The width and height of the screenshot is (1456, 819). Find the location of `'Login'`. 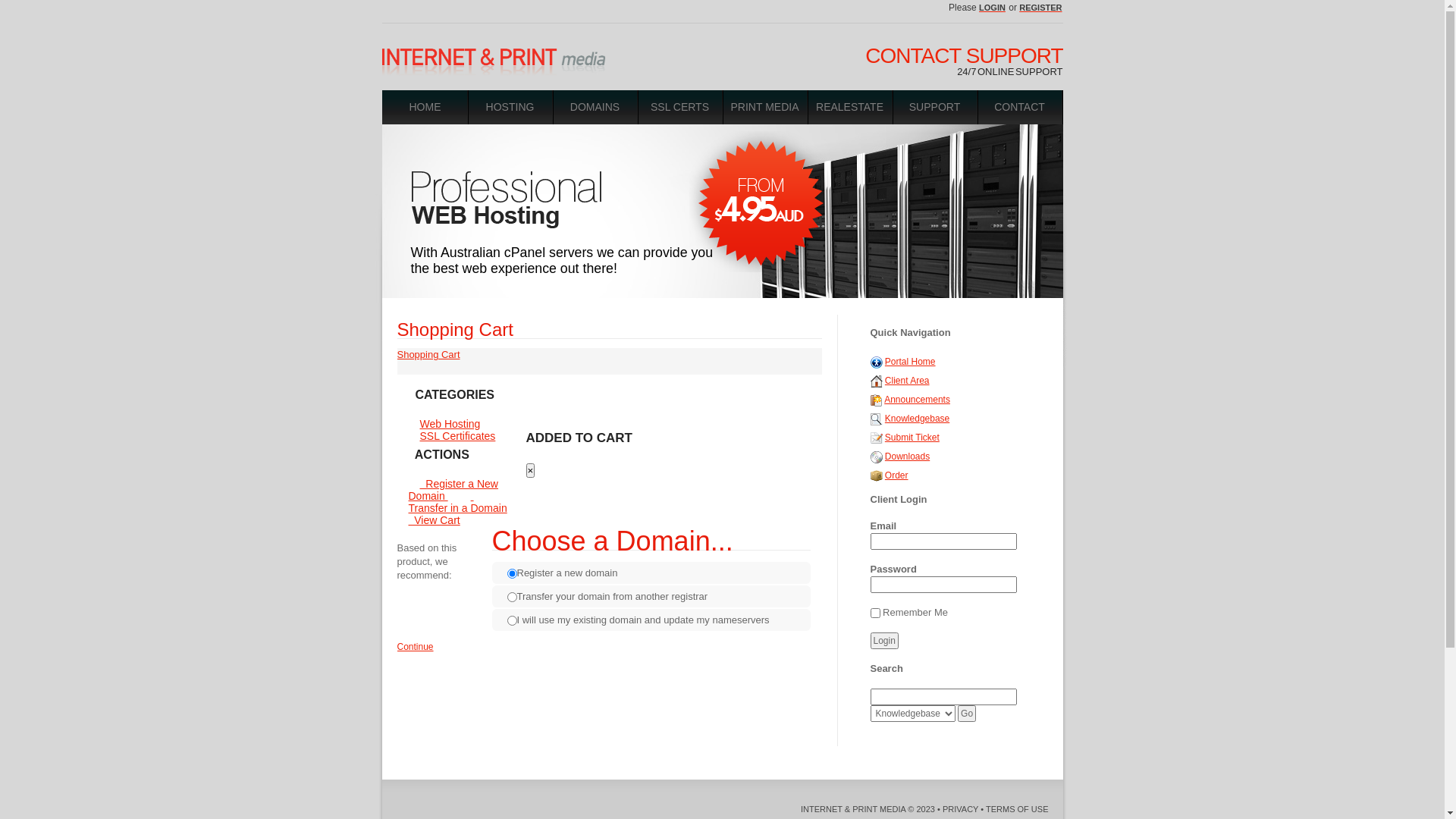

'Login' is located at coordinates (870, 640).